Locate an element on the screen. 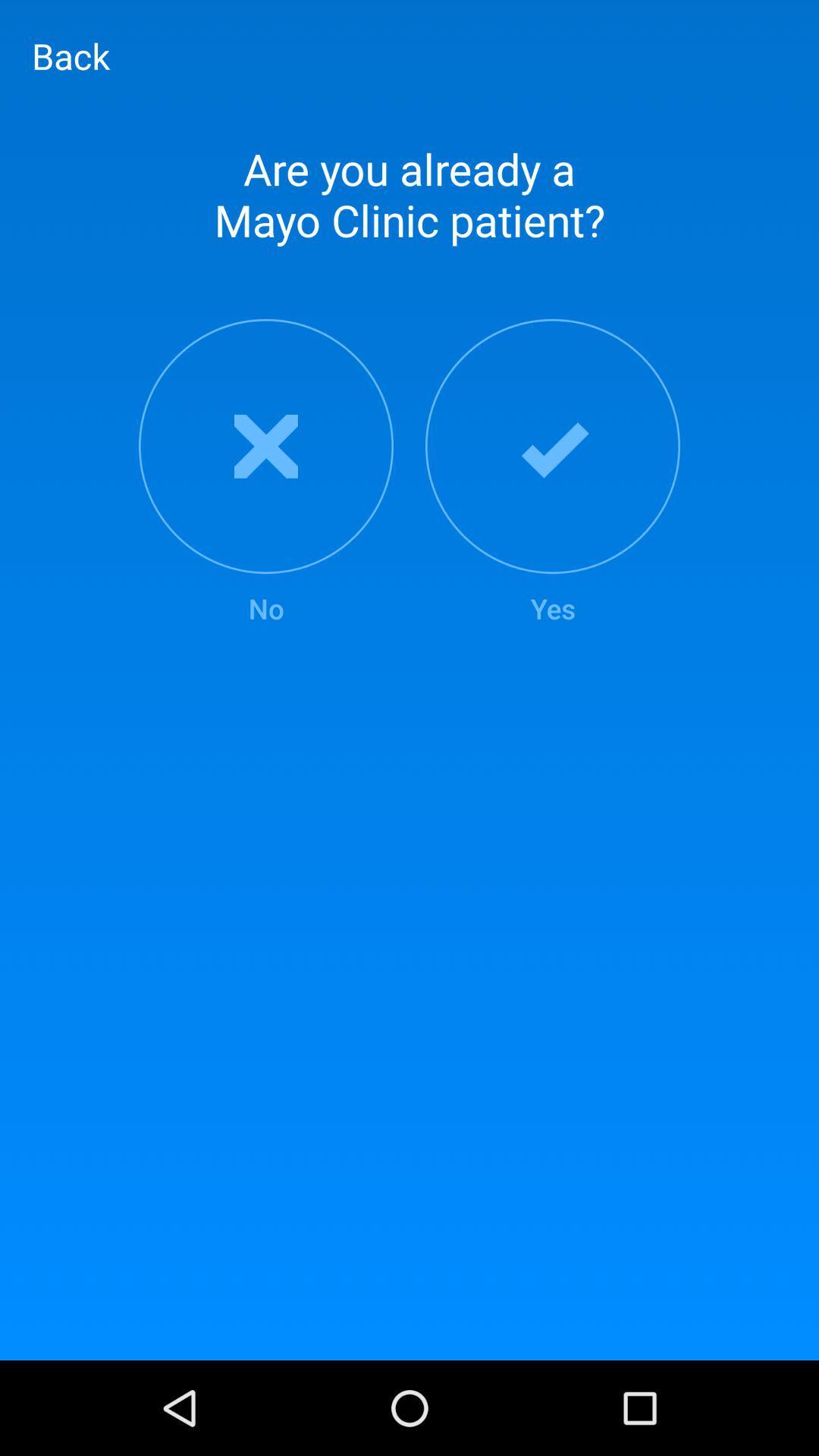  the item at the top right corner is located at coordinates (553, 472).